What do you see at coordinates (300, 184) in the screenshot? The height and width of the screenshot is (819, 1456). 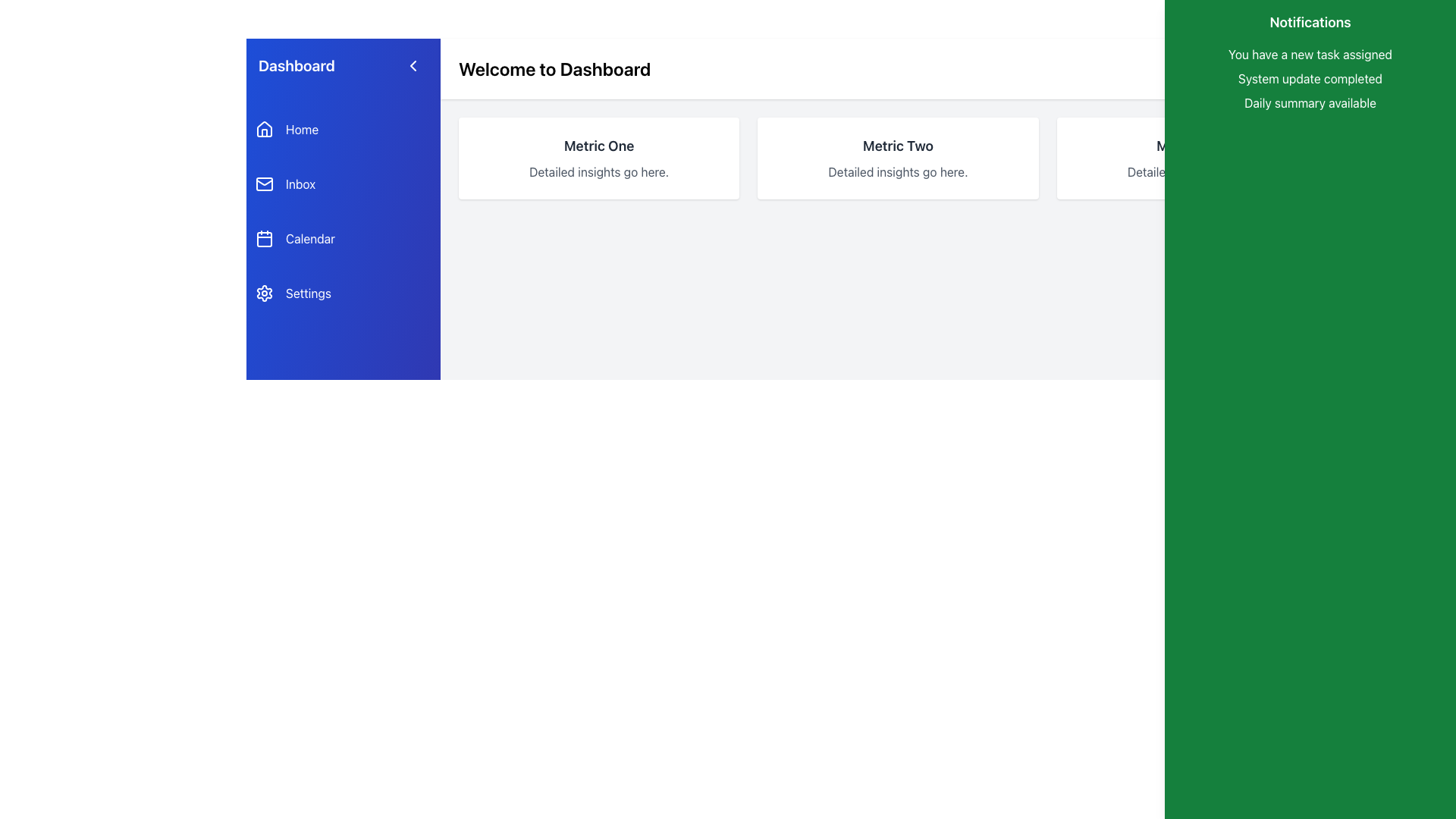 I see `the 'Inbox' menu item located in the vertical navigation bar, positioned below 'Home' and above 'Calendar'` at bounding box center [300, 184].